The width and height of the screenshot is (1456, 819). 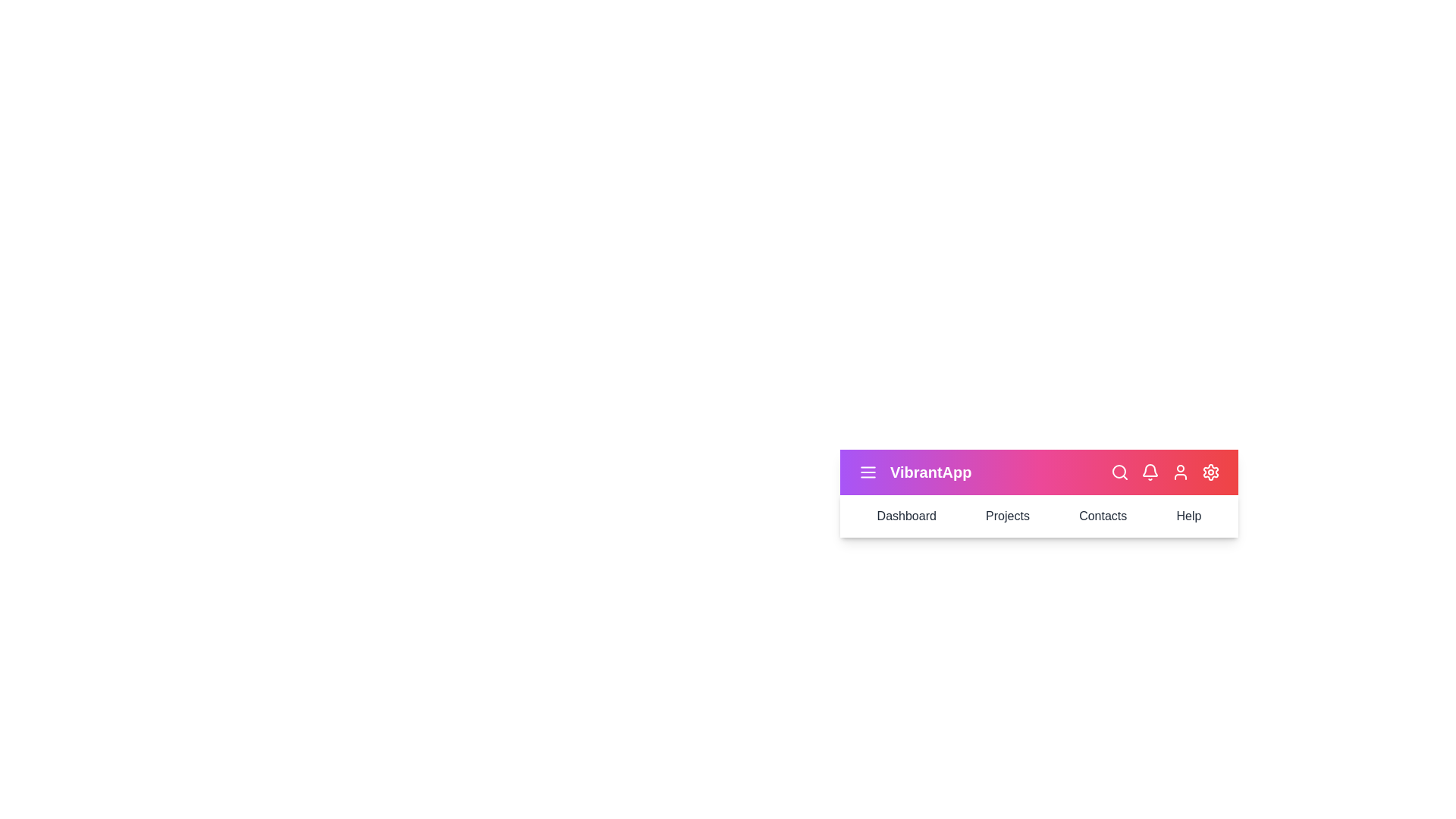 What do you see at coordinates (868, 472) in the screenshot?
I see `the menu_icon to reveal its effect` at bounding box center [868, 472].